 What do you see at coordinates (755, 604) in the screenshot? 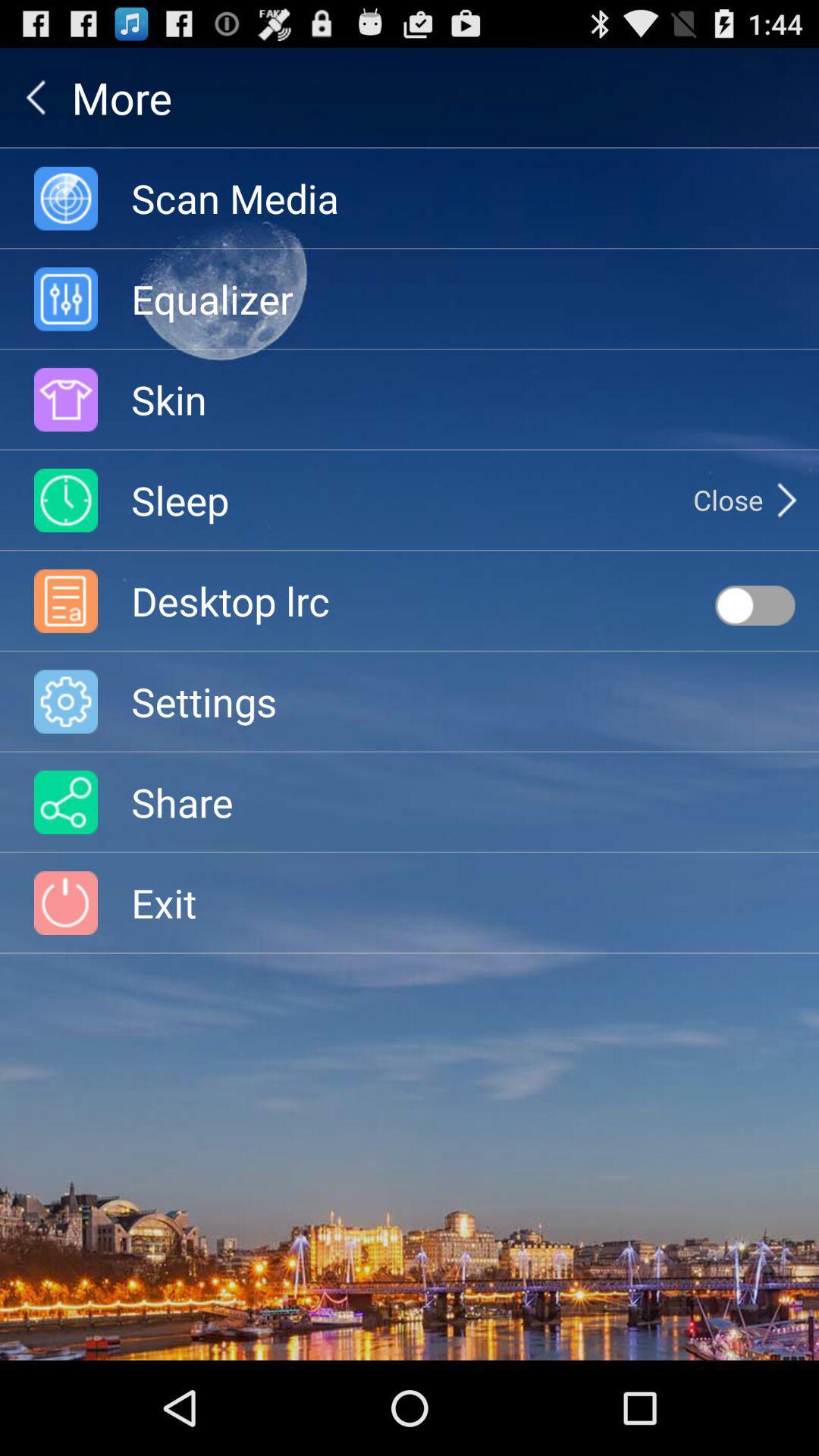
I see `icon to the right of desktop lrc` at bounding box center [755, 604].